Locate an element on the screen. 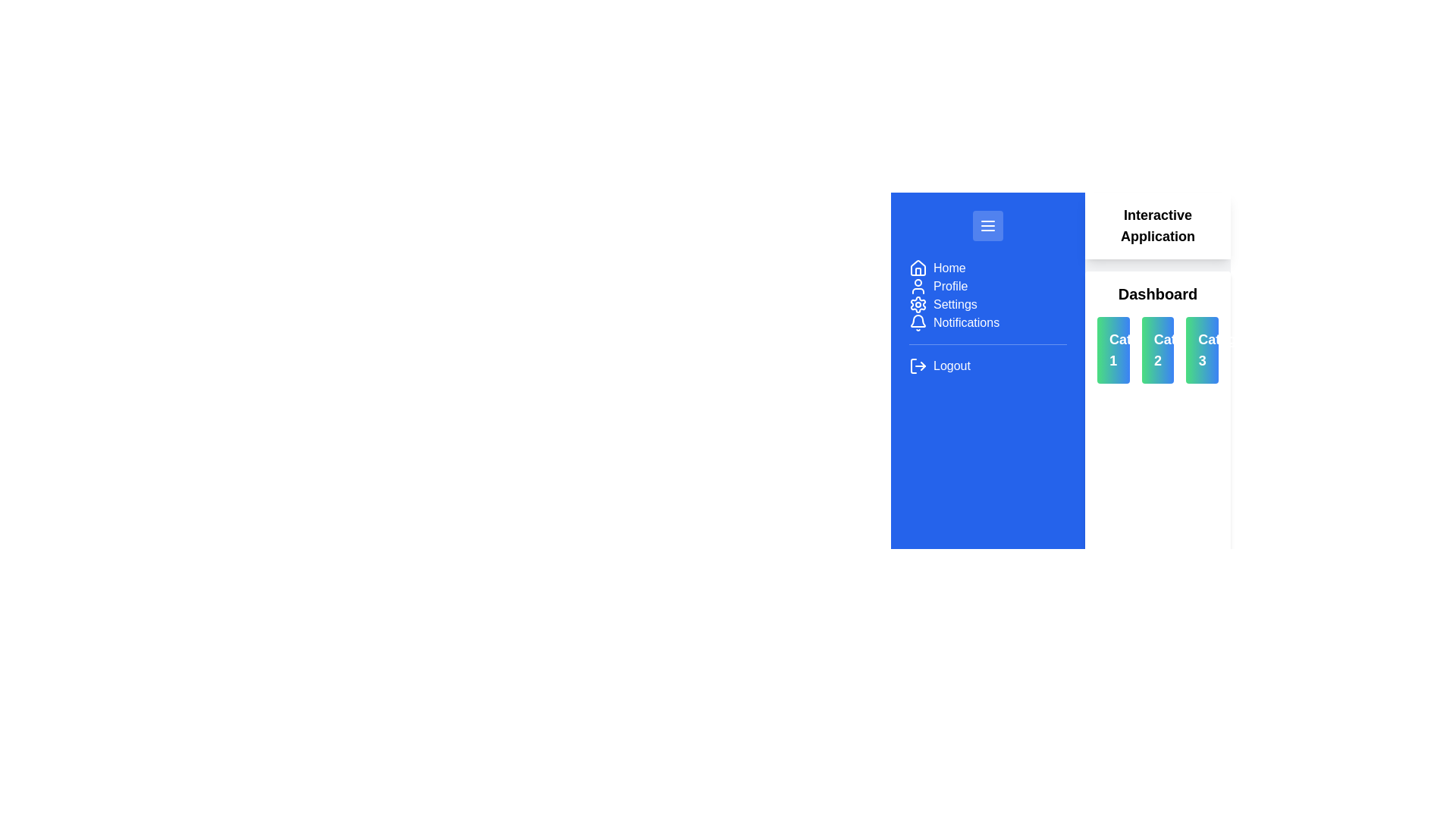 This screenshot has height=819, width=1456. the 'Settings' text element located beneath the 'Profile' text in the navigation section is located at coordinates (954, 304).